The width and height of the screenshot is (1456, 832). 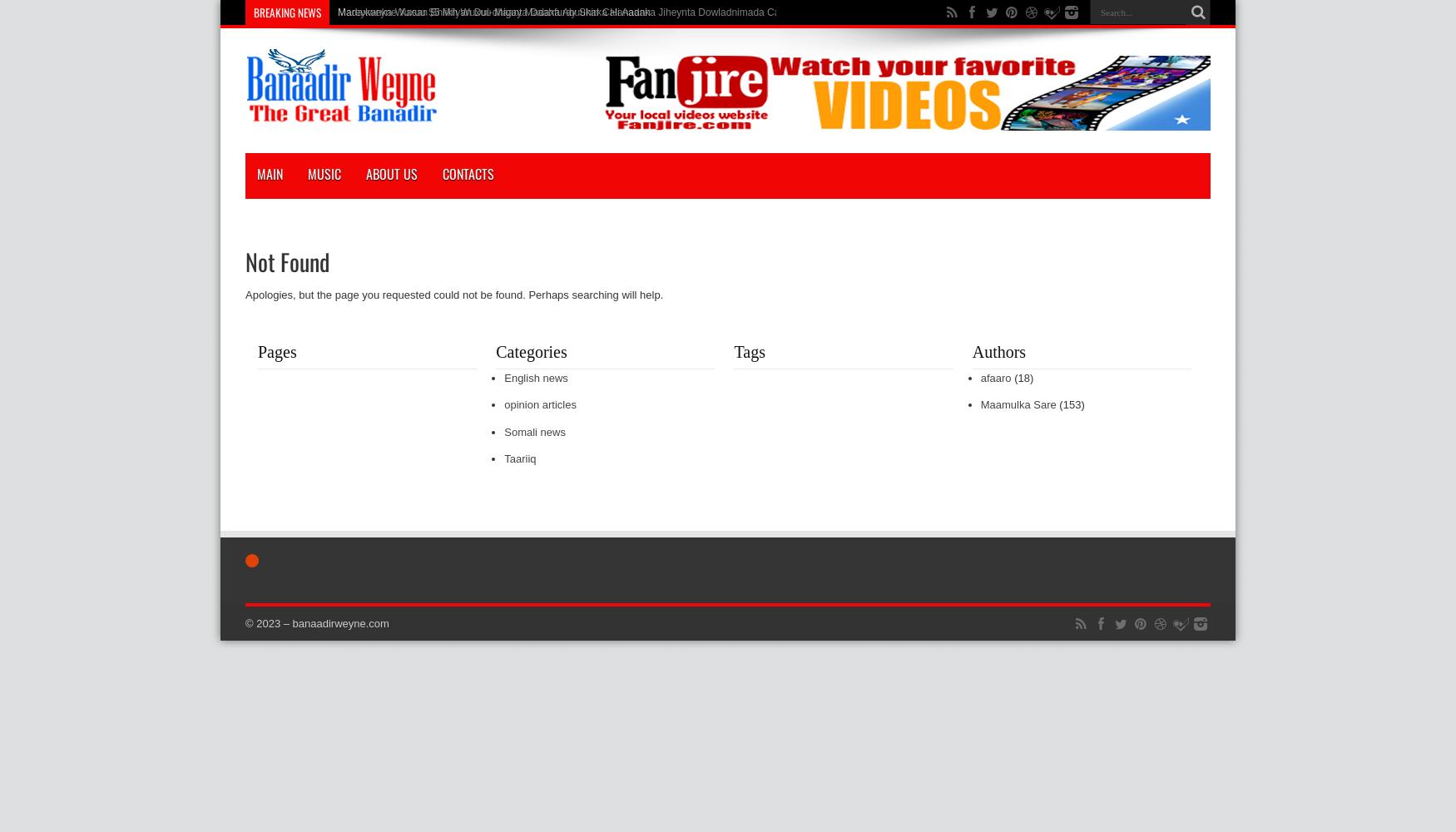 I want to click on 'Somali news', so click(x=533, y=431).